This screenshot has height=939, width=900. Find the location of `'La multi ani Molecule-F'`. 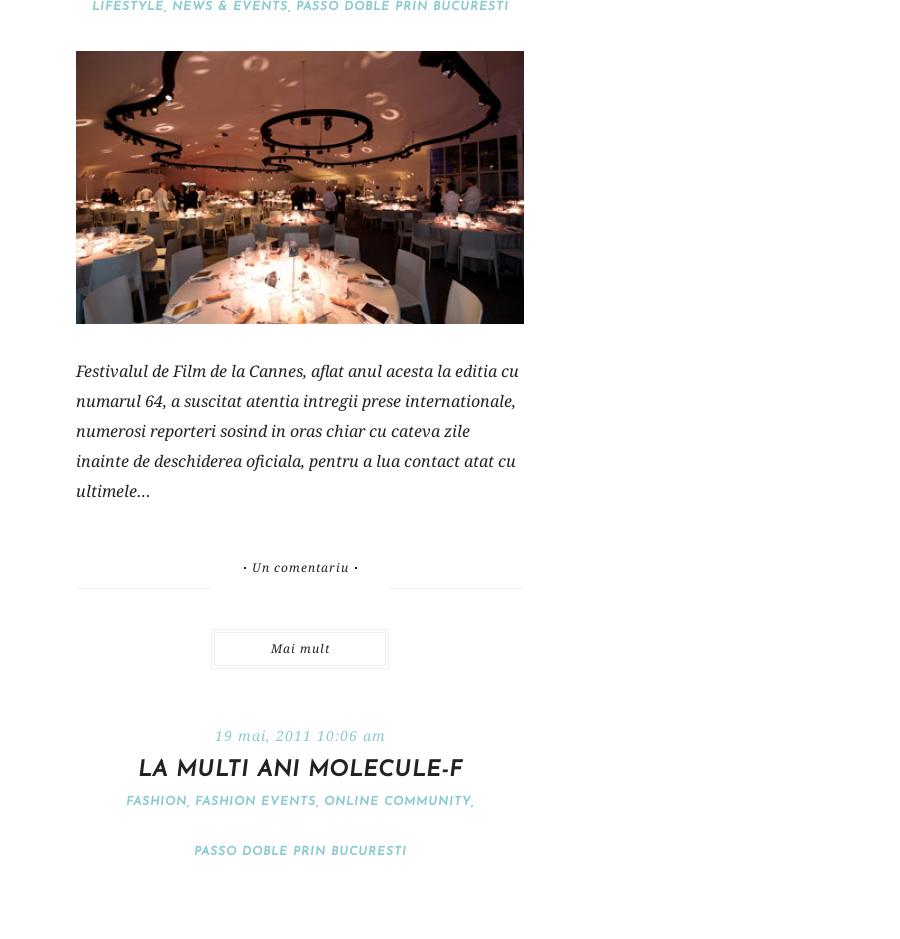

'La multi ani Molecule-F' is located at coordinates (298, 769).